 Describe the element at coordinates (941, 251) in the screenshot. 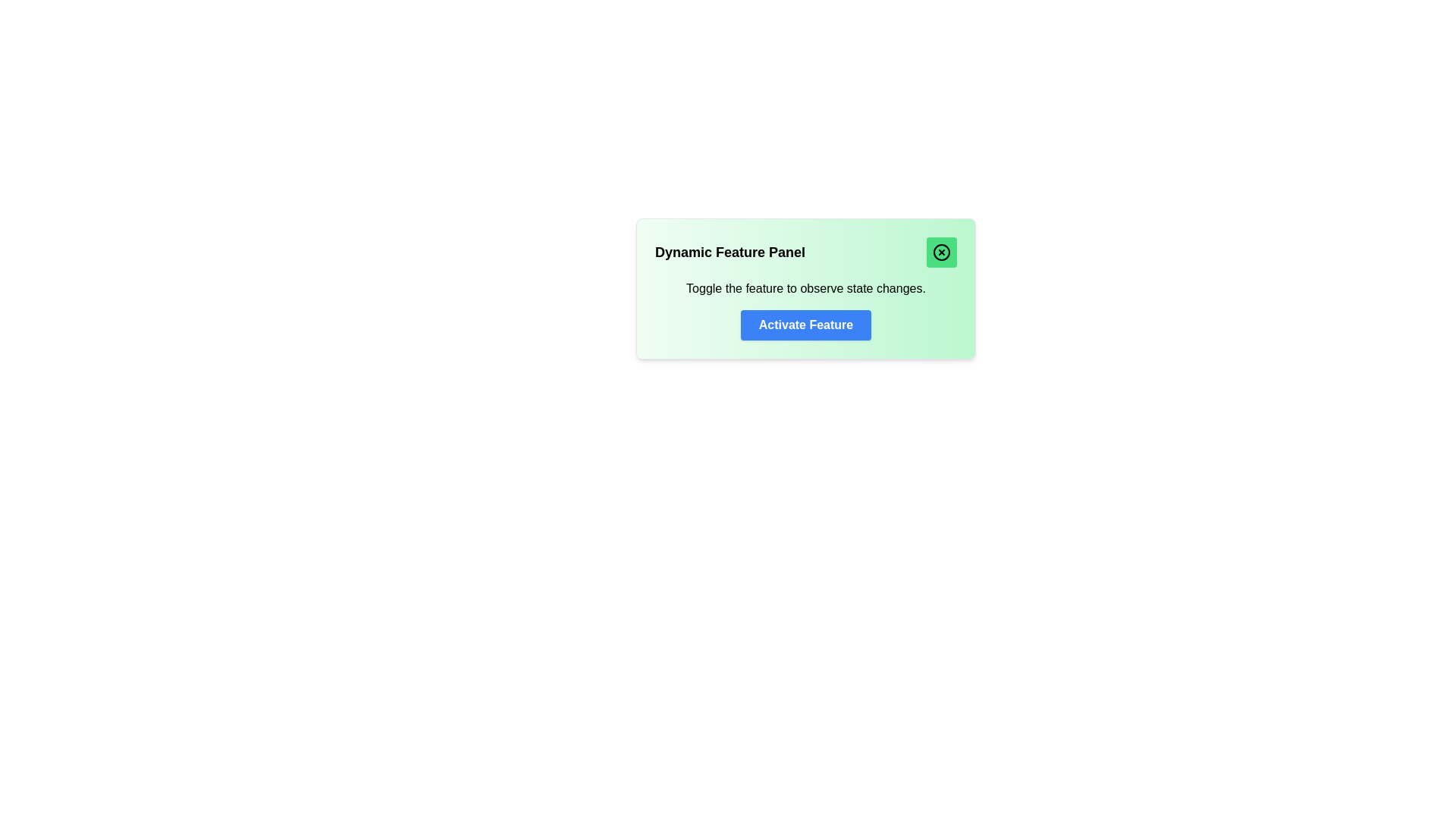

I see `the SVG circle located in the top-right corner of the green 'Dynamic Feature Panel', which serves as a graphical representation for closure or cancellation` at that location.